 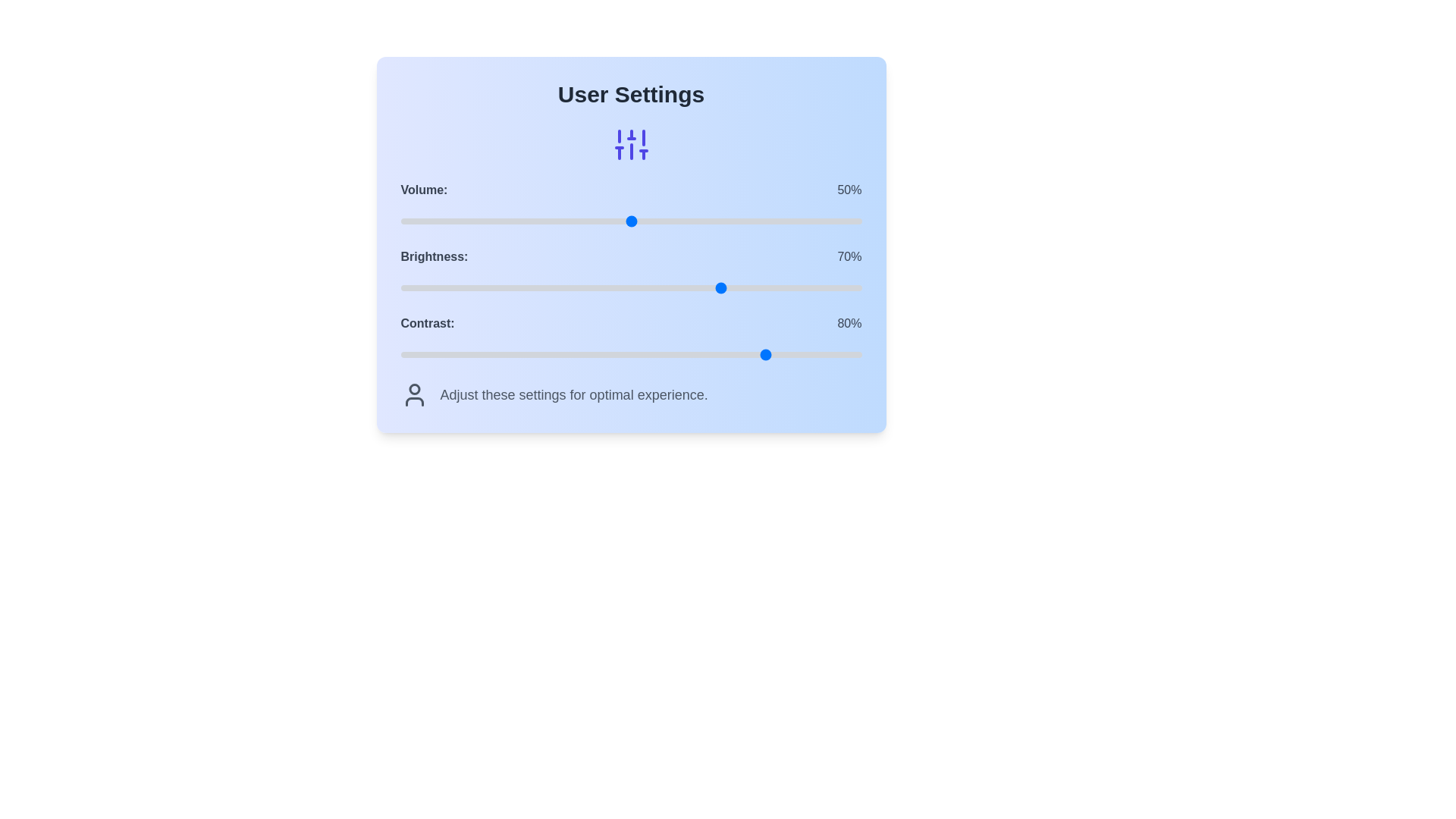 What do you see at coordinates (631, 323) in the screenshot?
I see `the informational text combination element displaying 'Contrast:' and '80%' in the 'User Settings' section, positioned beneath 'Brightness:' and above the contrast slider` at bounding box center [631, 323].